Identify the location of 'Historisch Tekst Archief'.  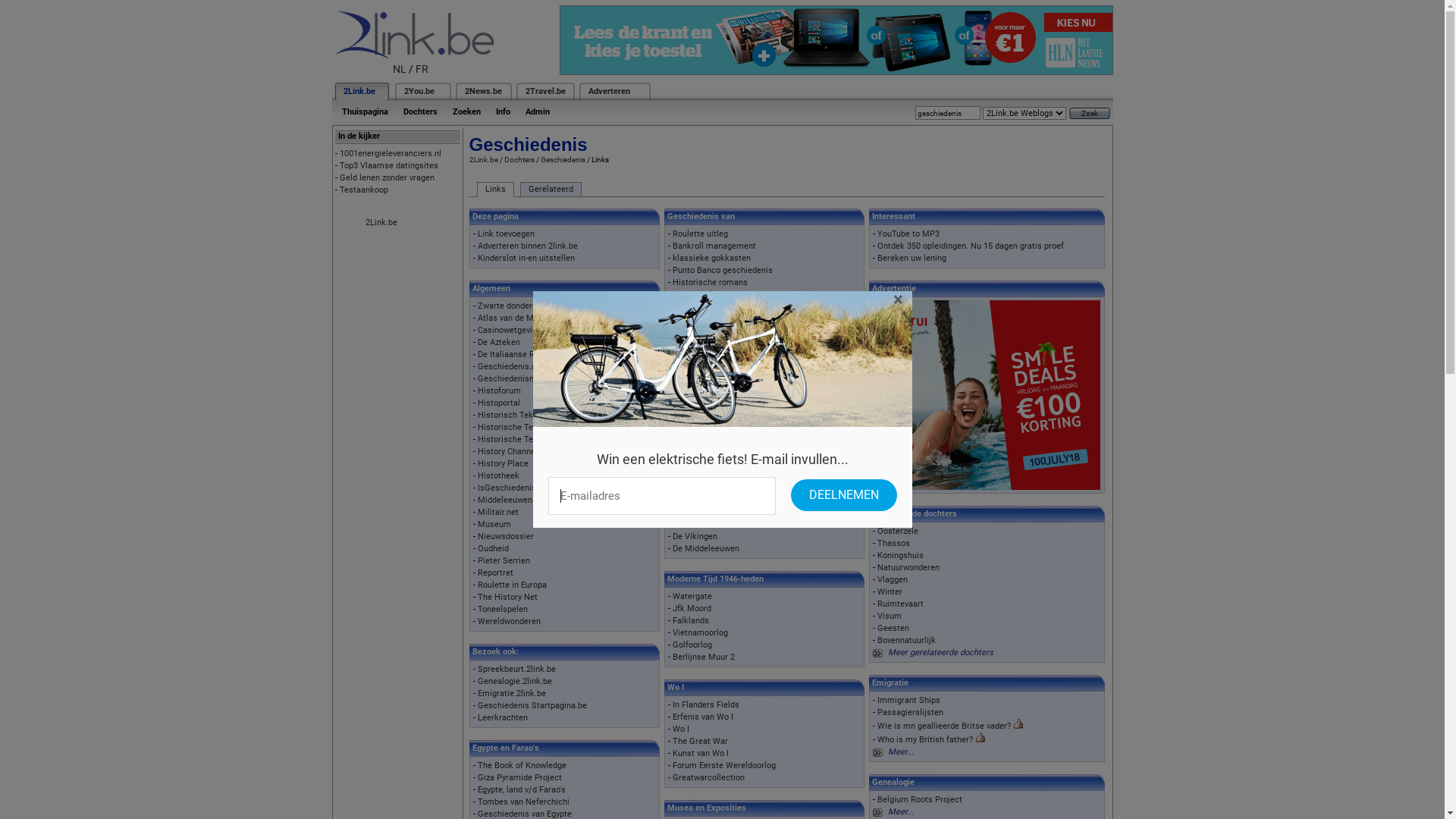
(524, 415).